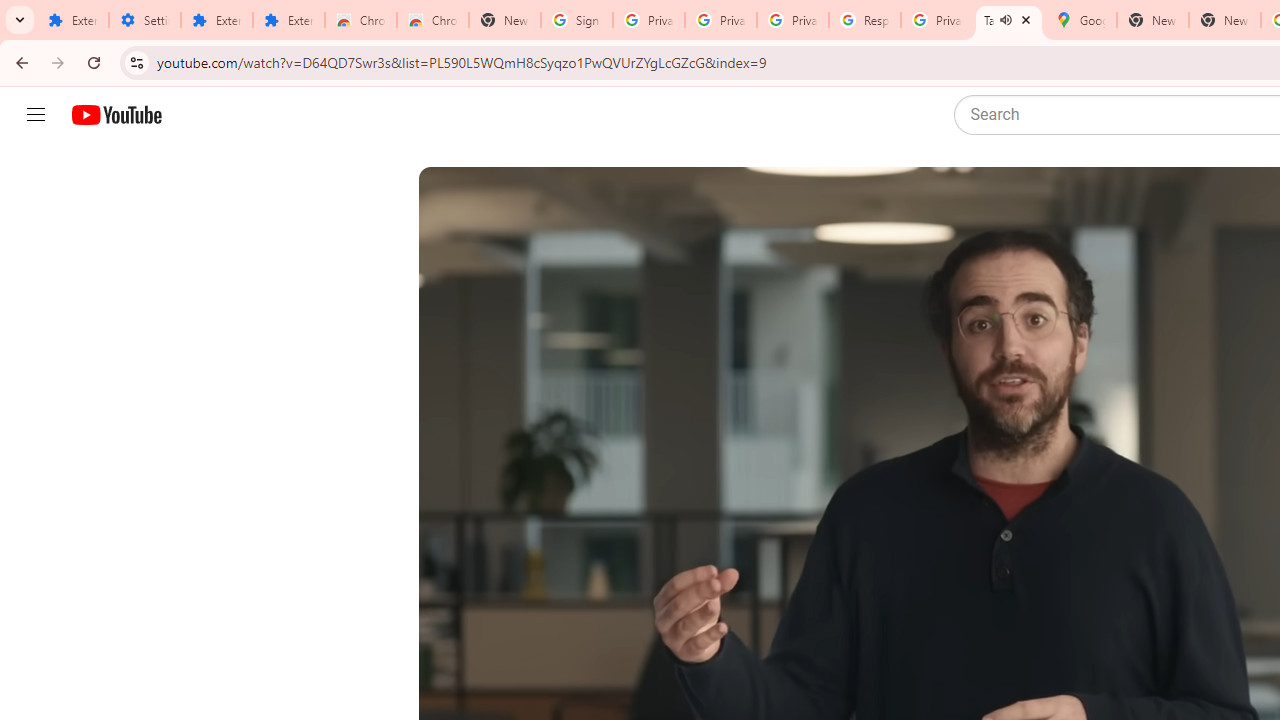 The width and height of the screenshot is (1280, 720). I want to click on 'Extensions', so click(288, 20).